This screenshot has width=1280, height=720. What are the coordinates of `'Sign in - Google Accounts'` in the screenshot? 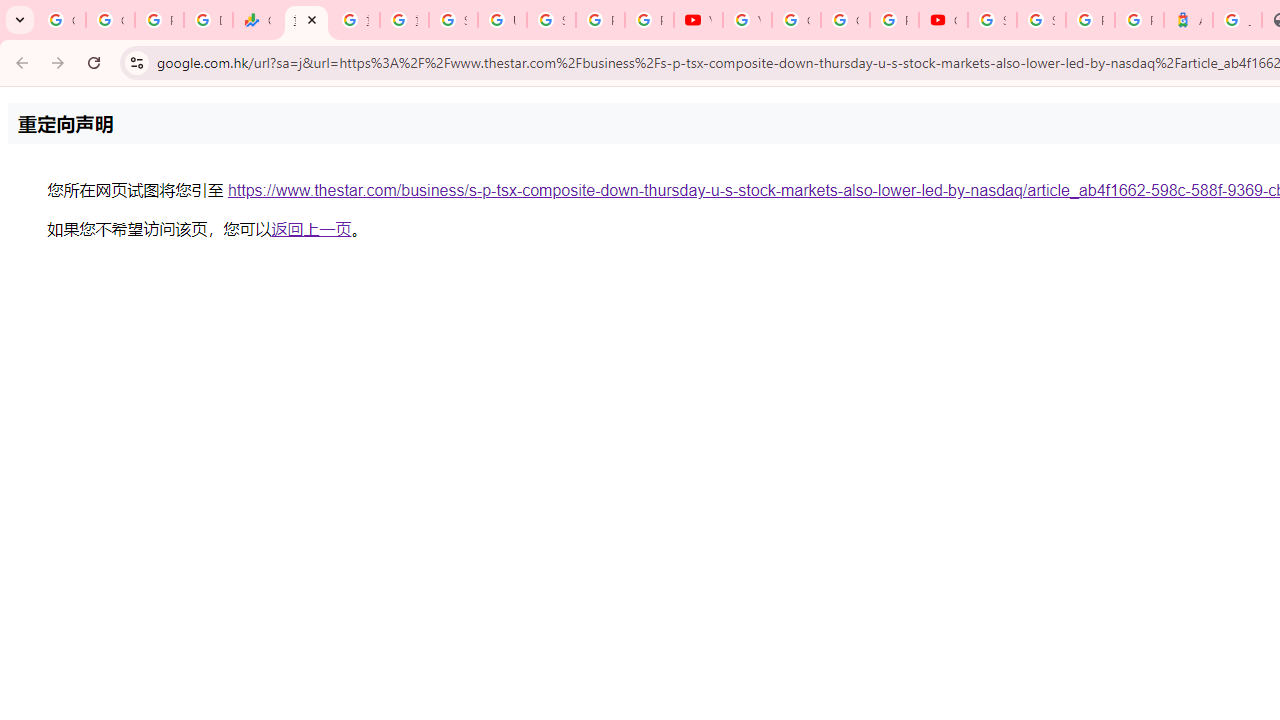 It's located at (992, 20).